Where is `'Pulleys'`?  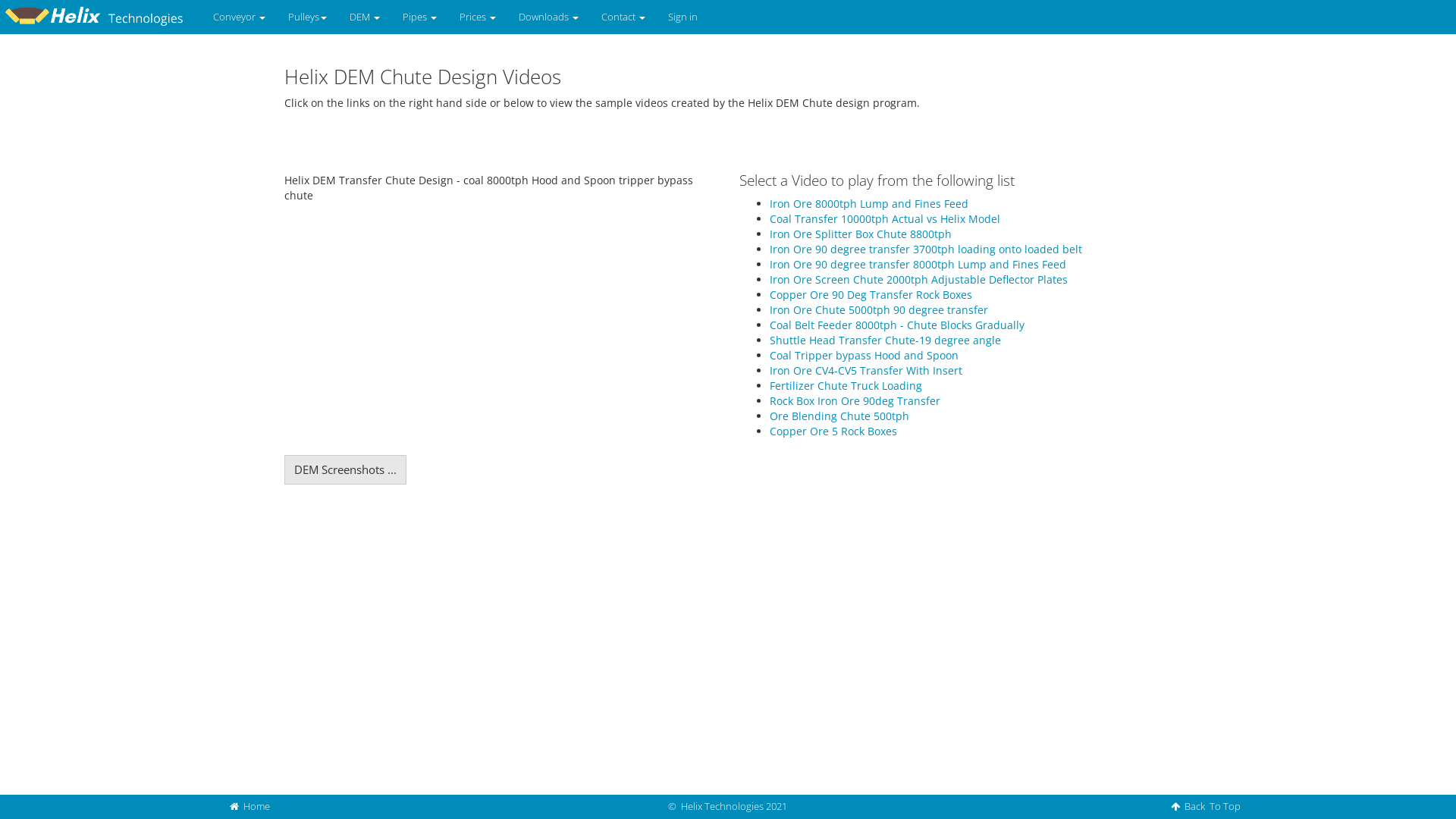 'Pulleys' is located at coordinates (306, 17).